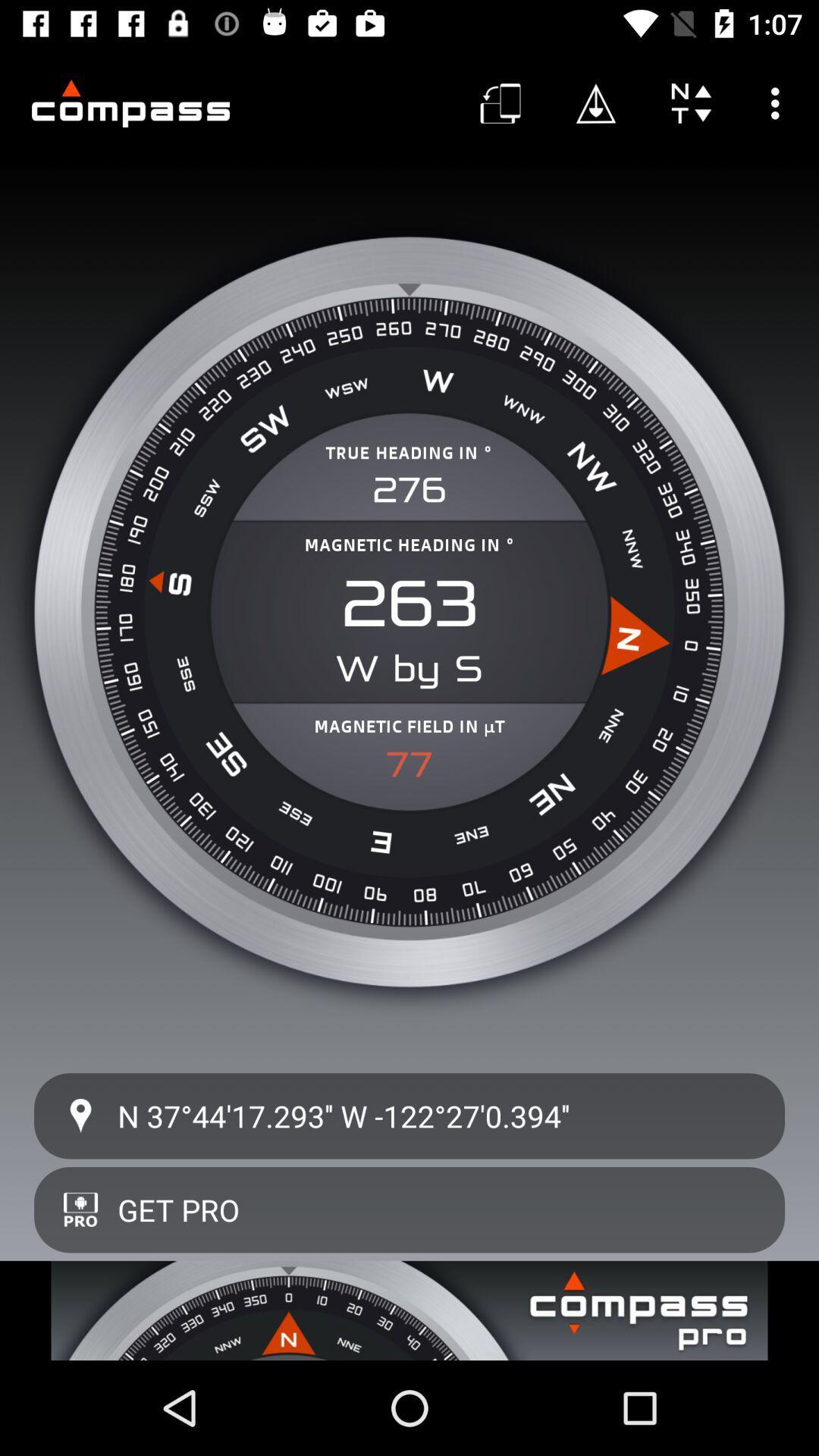  I want to click on the icon above the n 37 44 icon, so click(409, 764).